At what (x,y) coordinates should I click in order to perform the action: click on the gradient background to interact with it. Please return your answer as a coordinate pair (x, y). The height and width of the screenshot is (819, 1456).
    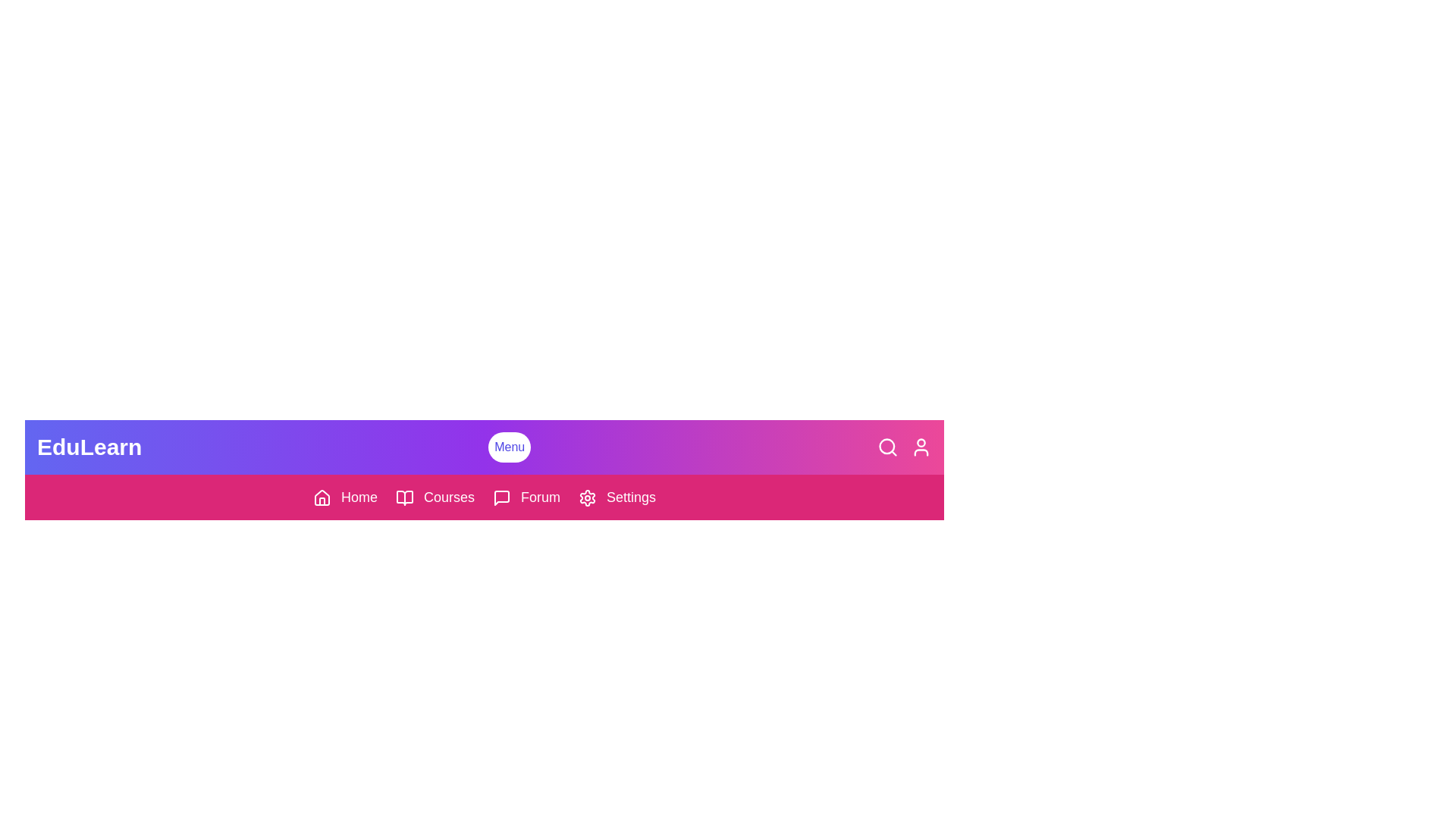
    Looking at the image, I should click on (582, 469).